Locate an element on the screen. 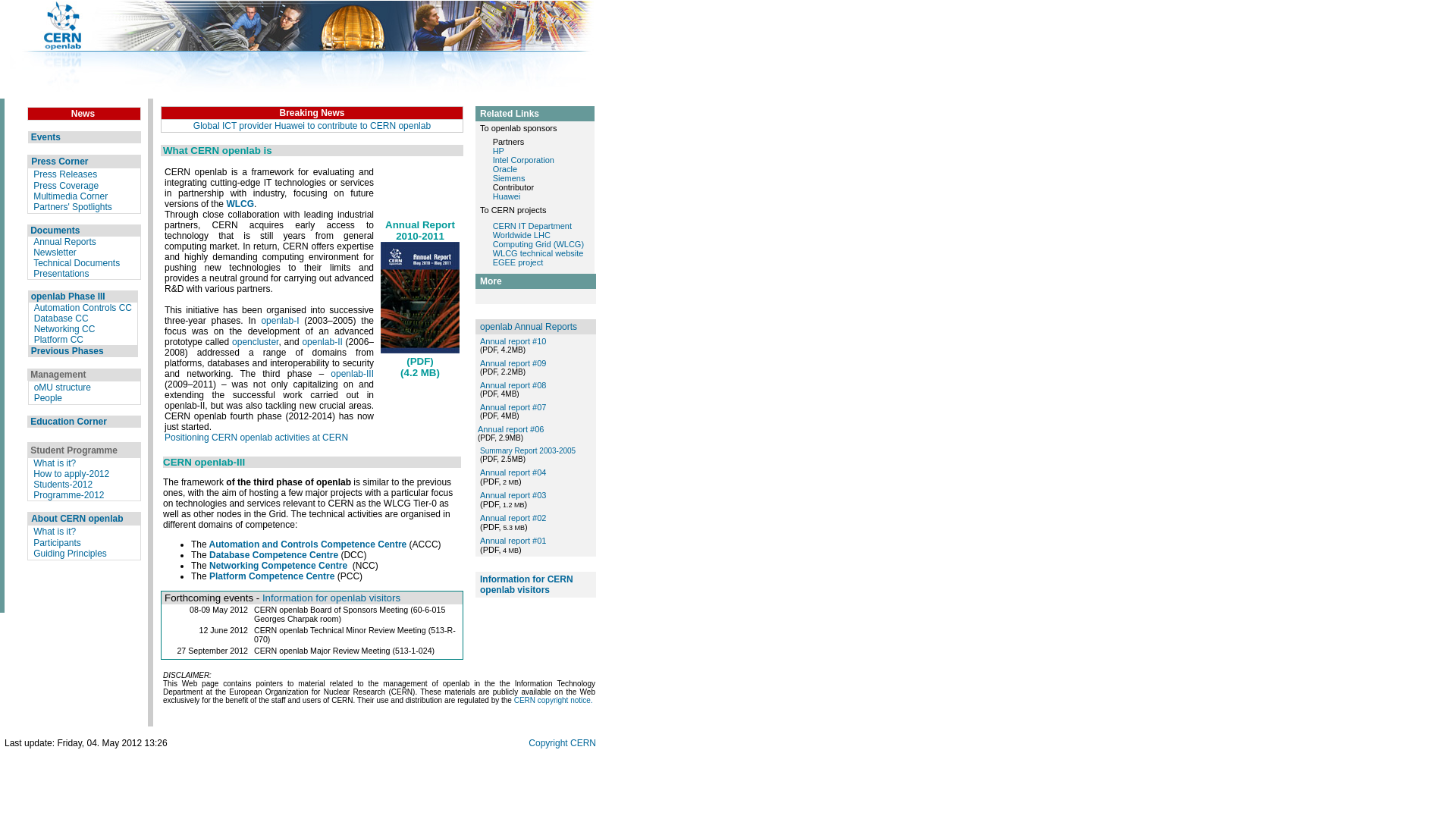 The image size is (1456, 819). 'Automation and Controls Competence Centre' is located at coordinates (307, 543).